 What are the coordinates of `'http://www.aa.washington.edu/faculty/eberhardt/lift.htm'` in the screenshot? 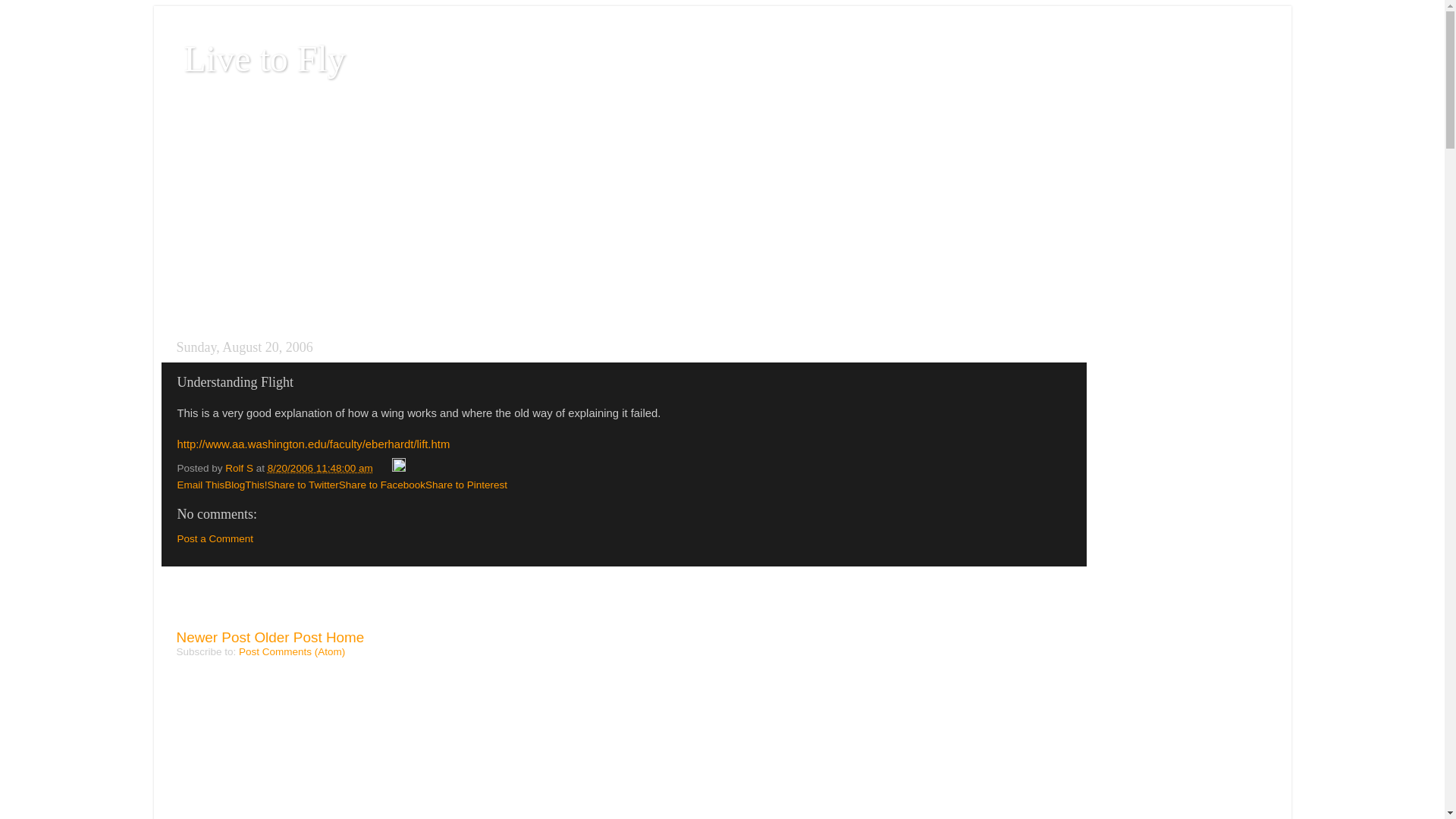 It's located at (177, 451).